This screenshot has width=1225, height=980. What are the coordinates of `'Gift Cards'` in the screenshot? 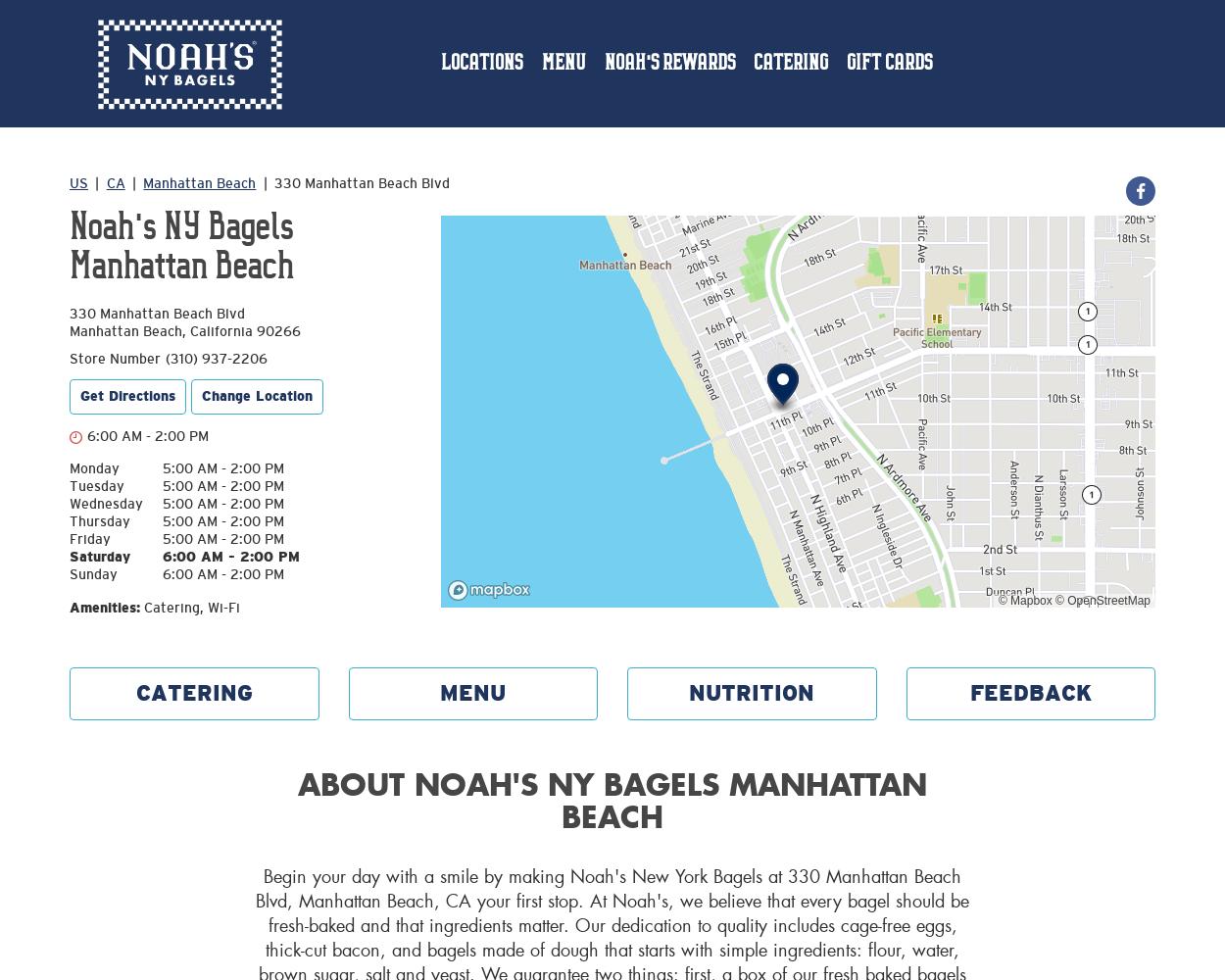 It's located at (889, 61).